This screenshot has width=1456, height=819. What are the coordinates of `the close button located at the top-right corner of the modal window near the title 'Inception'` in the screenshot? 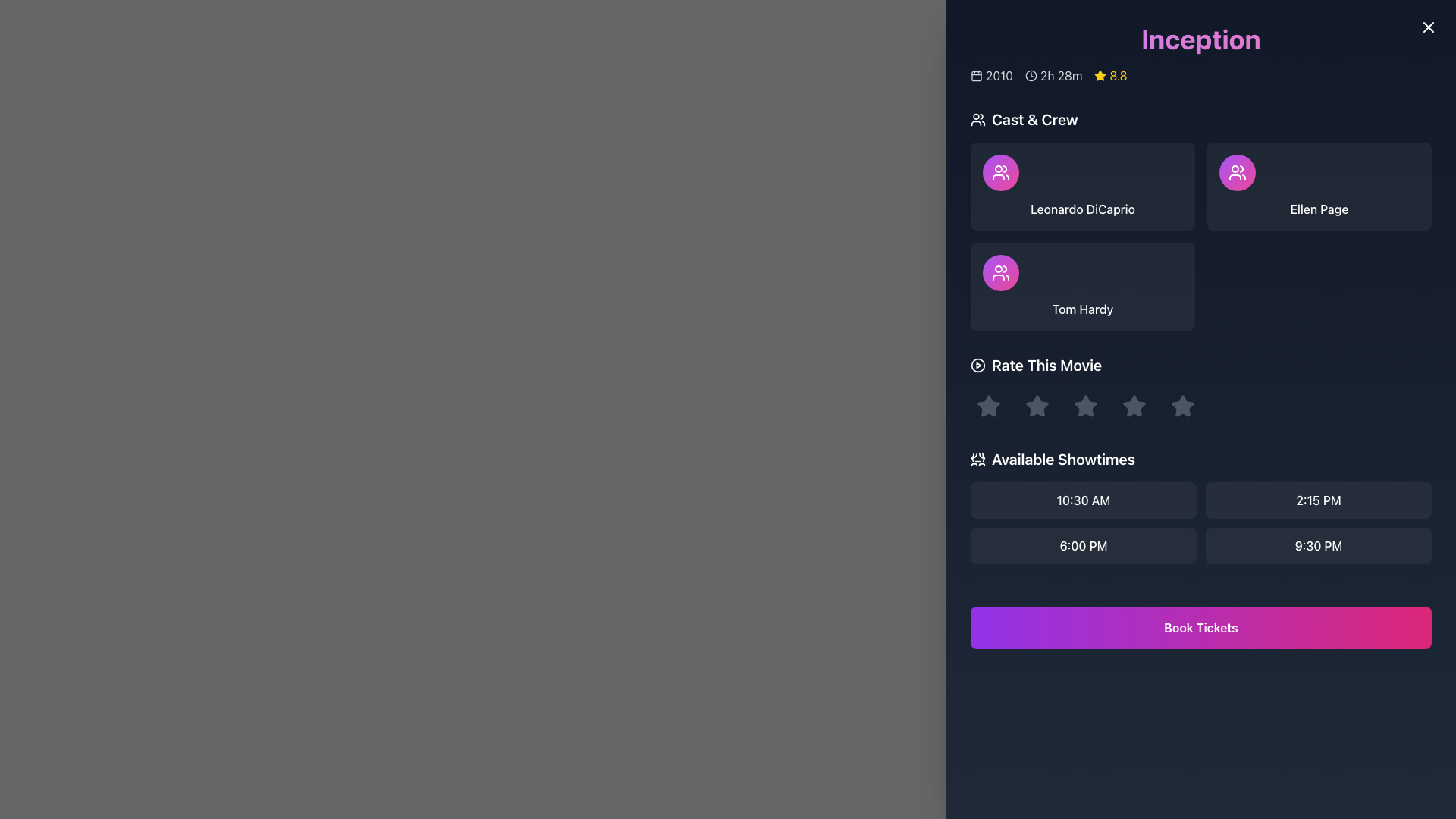 It's located at (1425, 30).